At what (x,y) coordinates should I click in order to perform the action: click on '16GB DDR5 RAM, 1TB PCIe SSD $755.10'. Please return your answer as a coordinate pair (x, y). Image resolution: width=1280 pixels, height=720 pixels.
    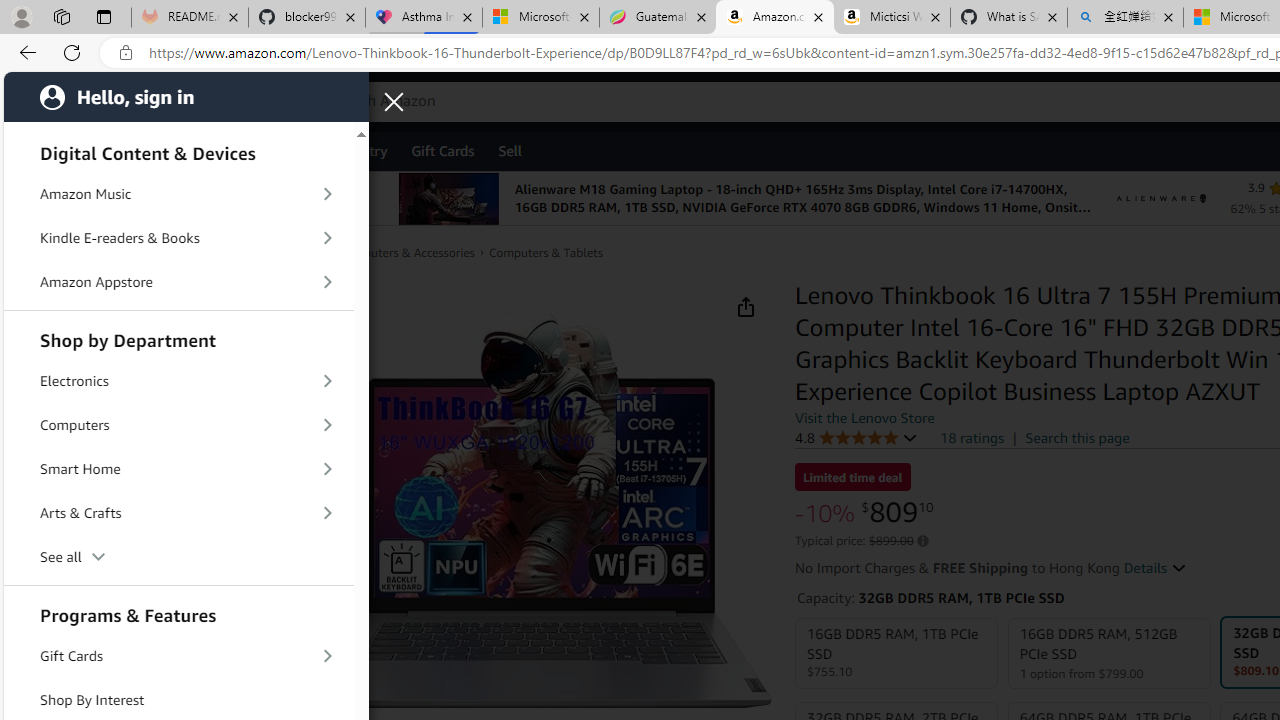
    Looking at the image, I should click on (896, 653).